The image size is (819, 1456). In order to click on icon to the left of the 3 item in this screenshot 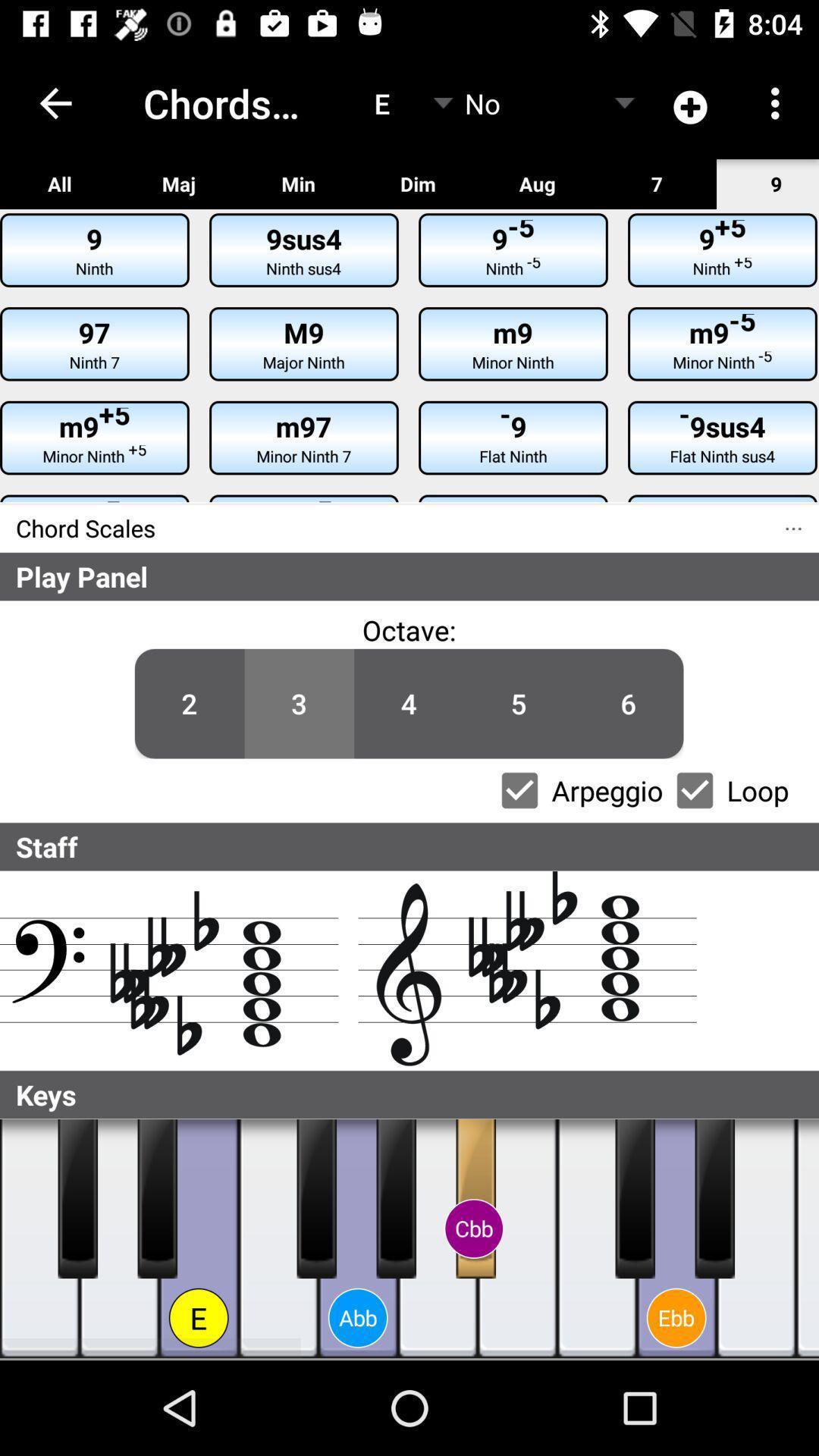, I will do `click(189, 703)`.